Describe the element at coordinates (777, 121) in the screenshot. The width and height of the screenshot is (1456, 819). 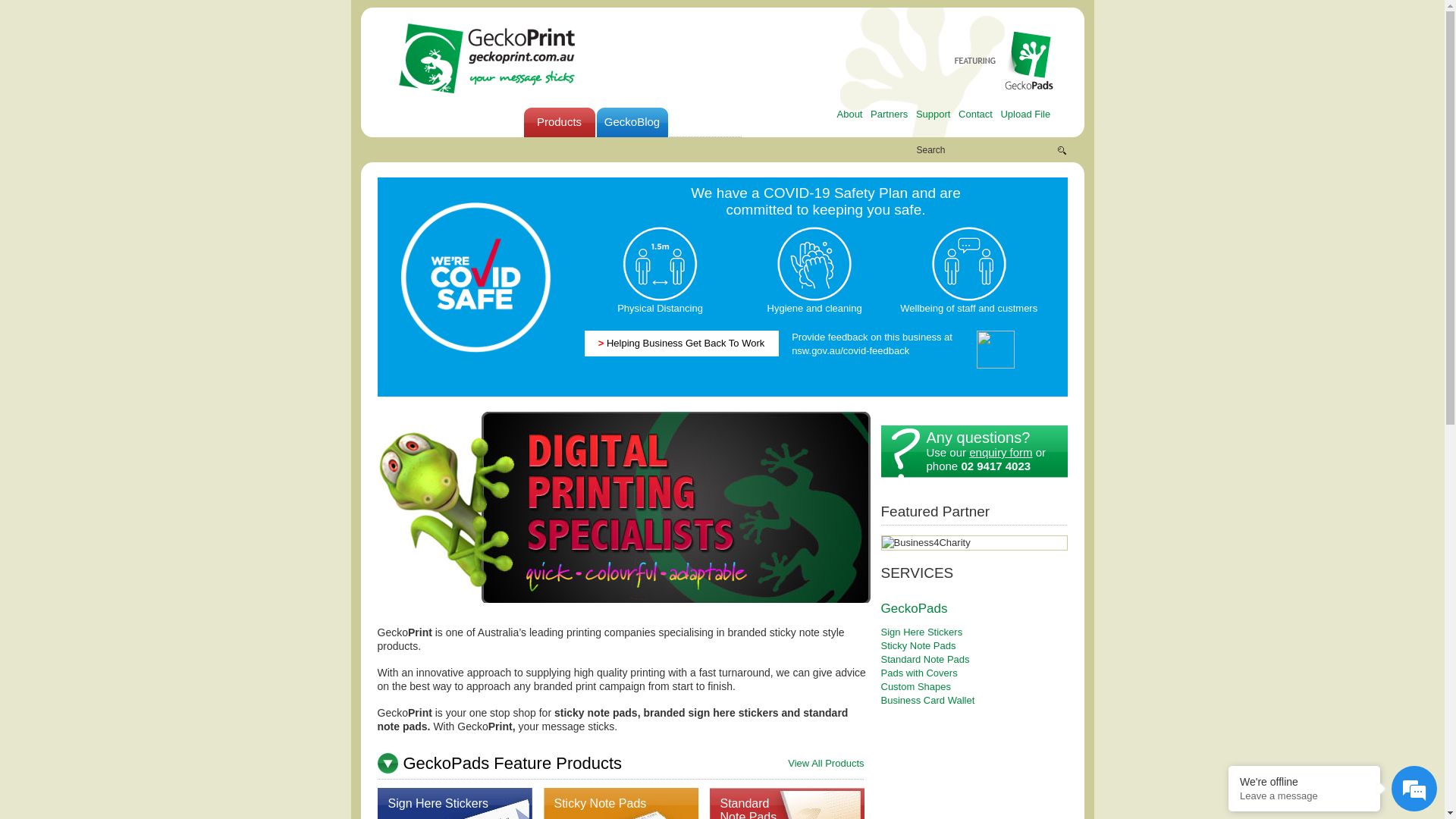
I see `'Quote'` at that location.